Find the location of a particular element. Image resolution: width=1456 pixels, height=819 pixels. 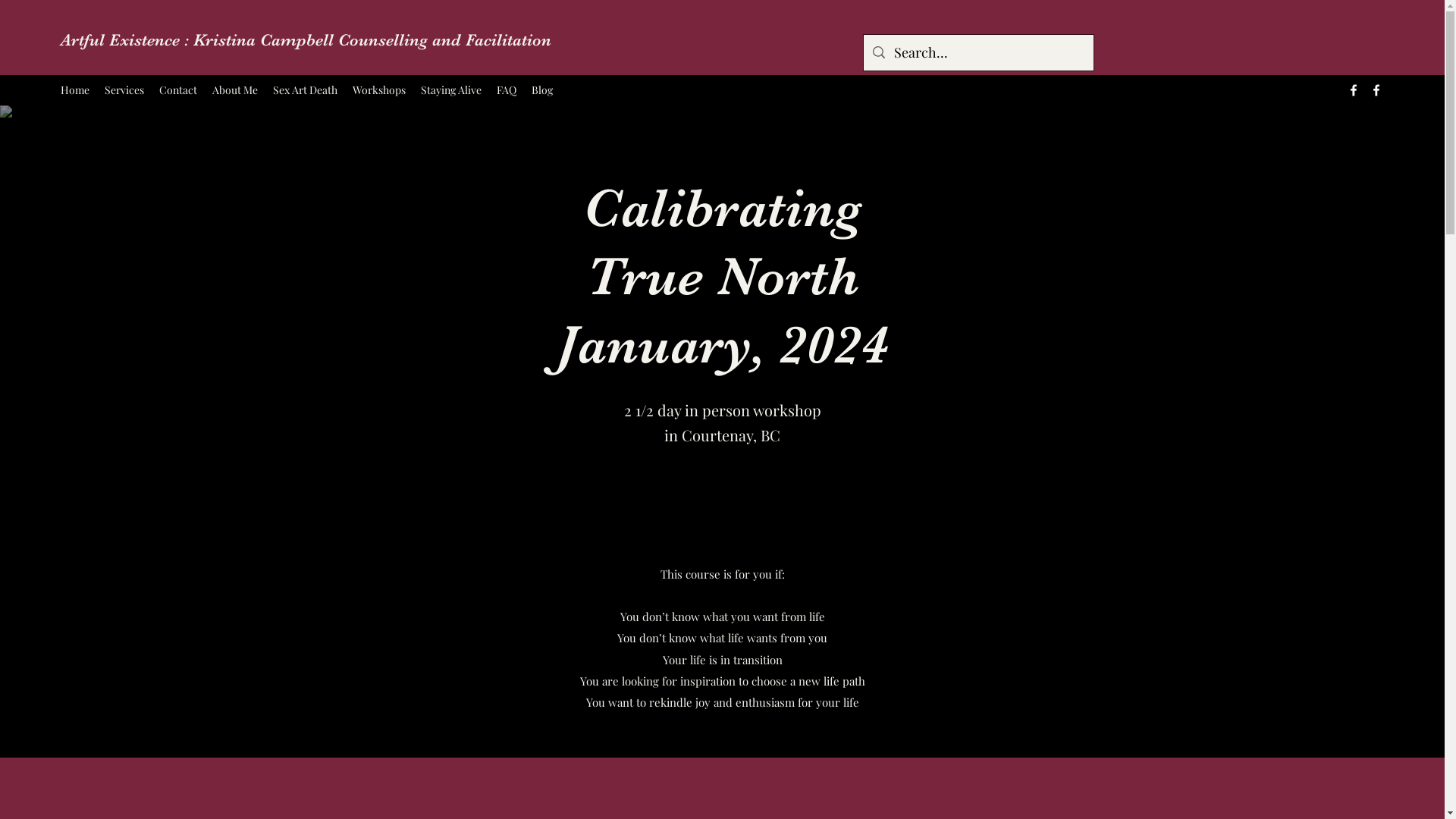

'Sex Art Death' is located at coordinates (304, 90).